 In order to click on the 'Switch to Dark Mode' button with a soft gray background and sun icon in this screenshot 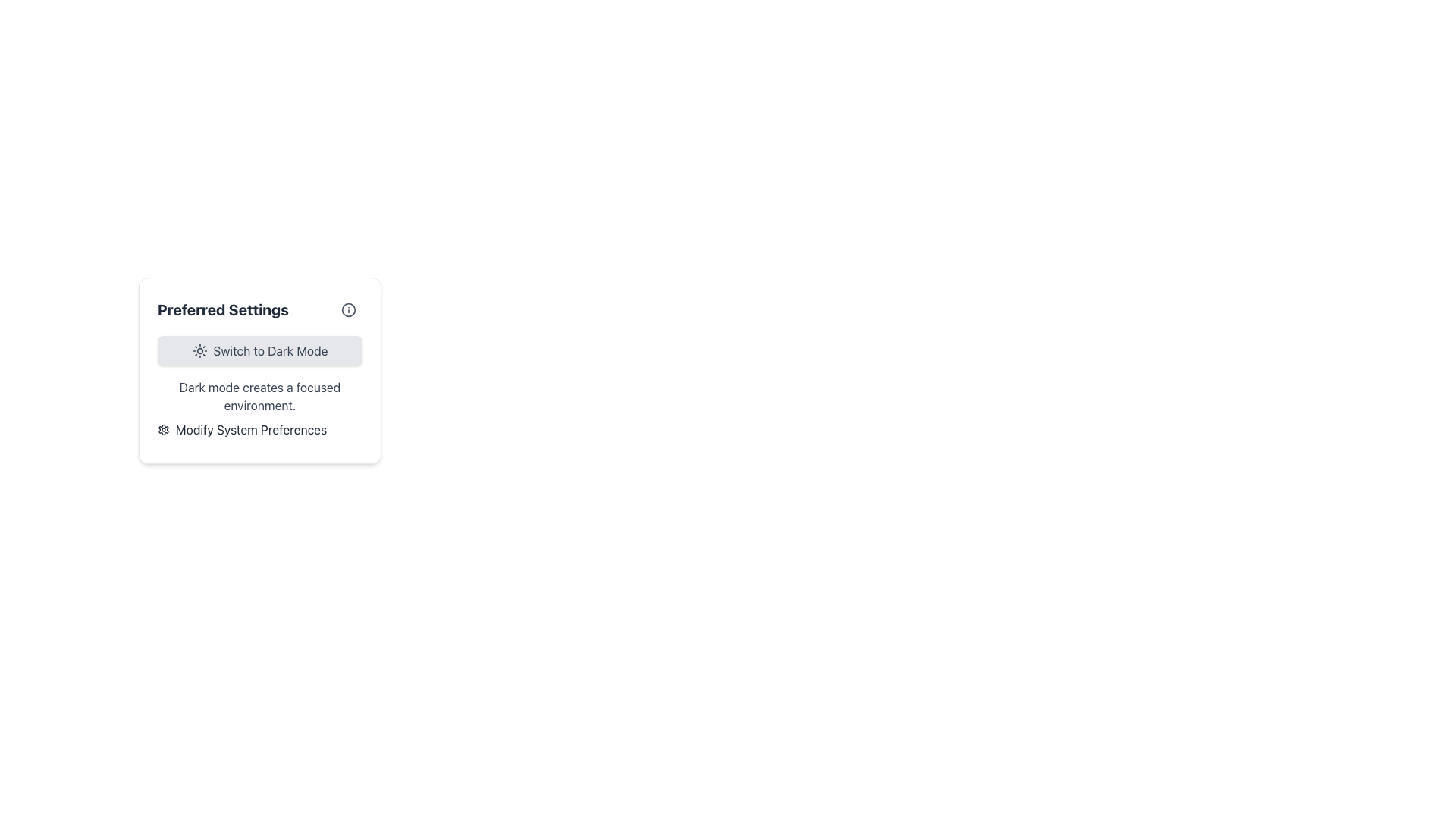, I will do `click(259, 350)`.